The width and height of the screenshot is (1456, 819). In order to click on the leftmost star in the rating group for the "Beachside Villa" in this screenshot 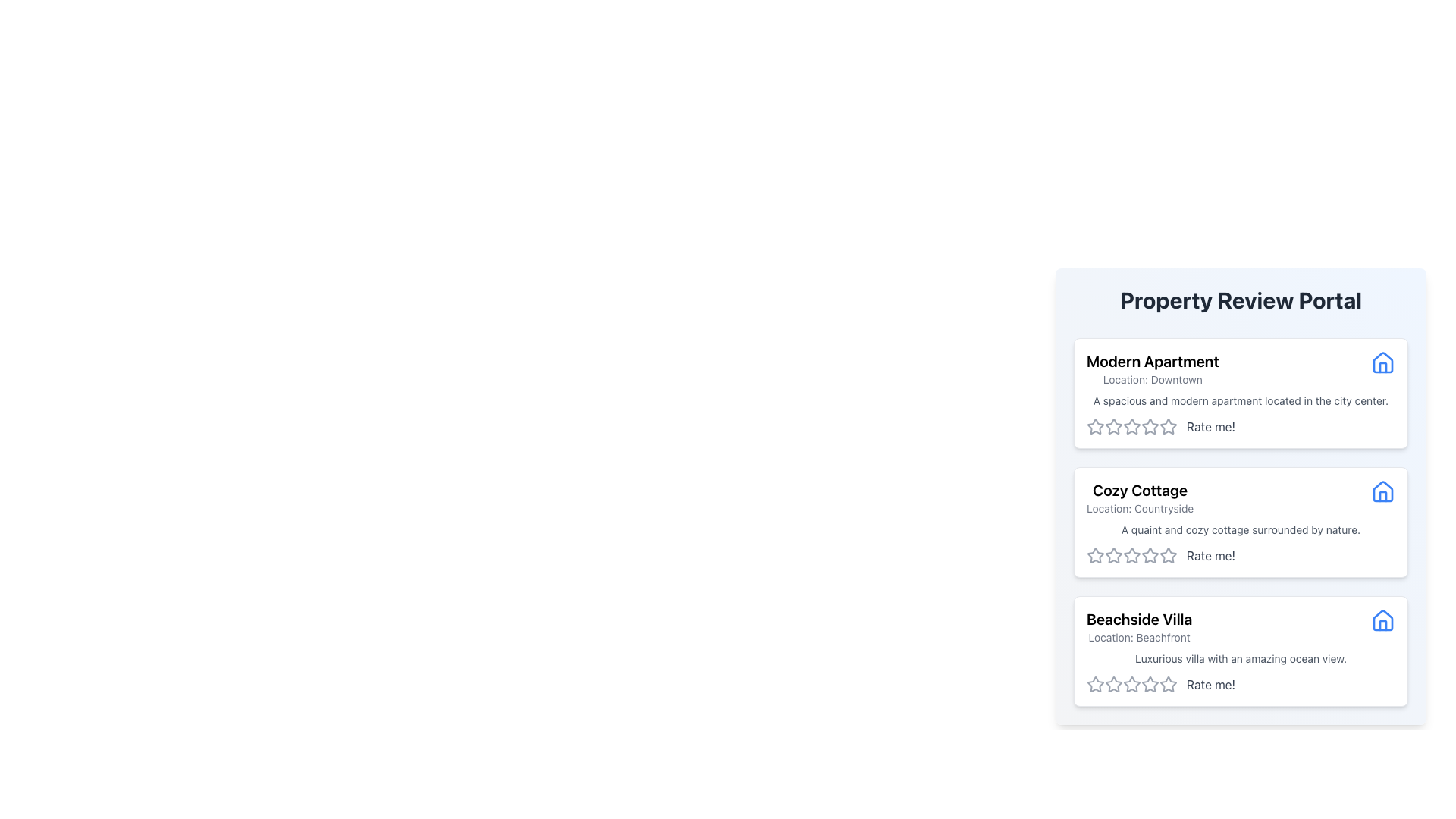, I will do `click(1095, 684)`.